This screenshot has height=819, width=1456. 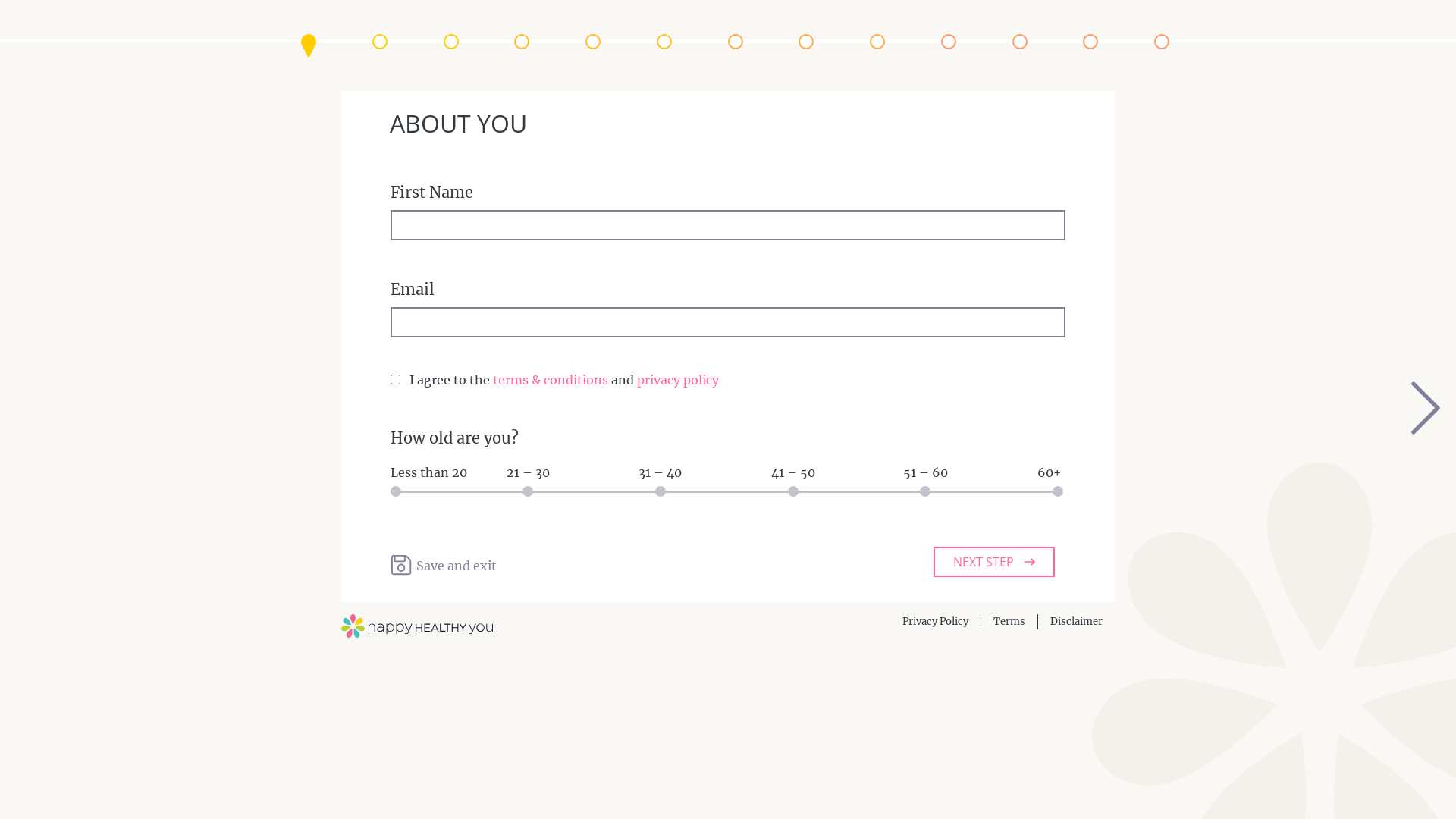 What do you see at coordinates (993, 561) in the screenshot?
I see `'NEXT STEP'` at bounding box center [993, 561].